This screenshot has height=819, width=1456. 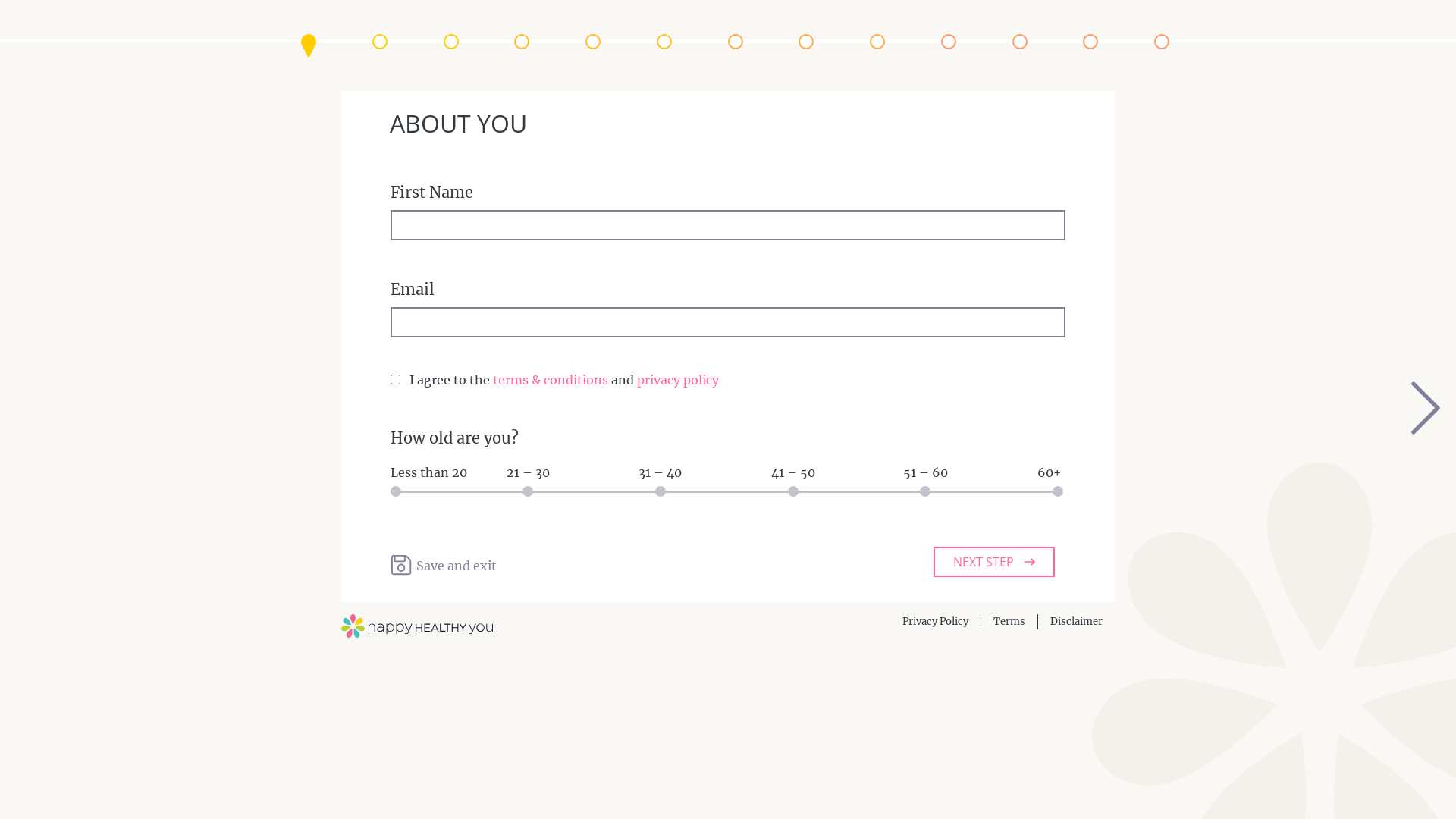 What do you see at coordinates (993, 561) in the screenshot?
I see `'NEXT STEP'` at bounding box center [993, 561].